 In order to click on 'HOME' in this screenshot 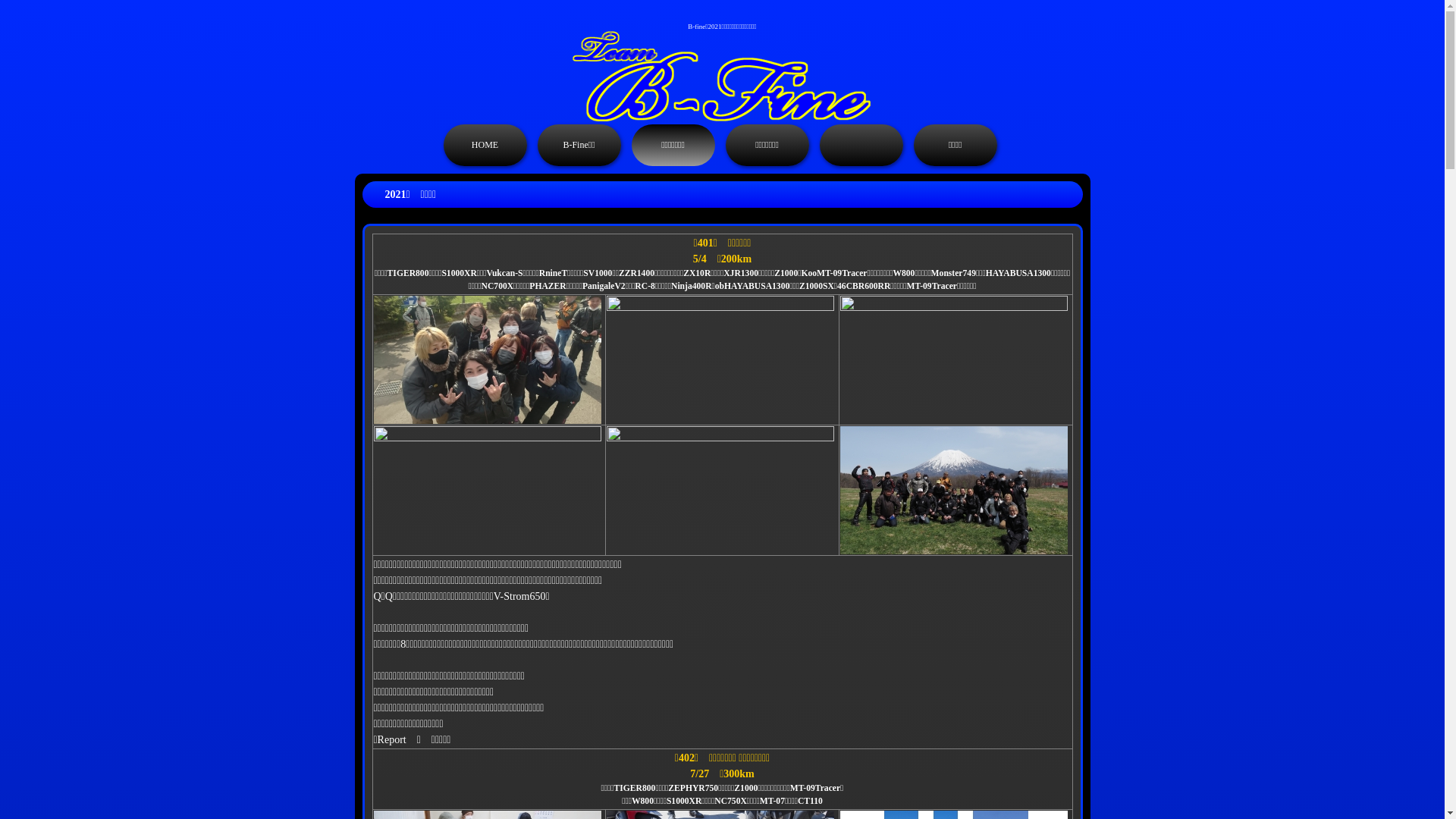, I will do `click(442, 145)`.